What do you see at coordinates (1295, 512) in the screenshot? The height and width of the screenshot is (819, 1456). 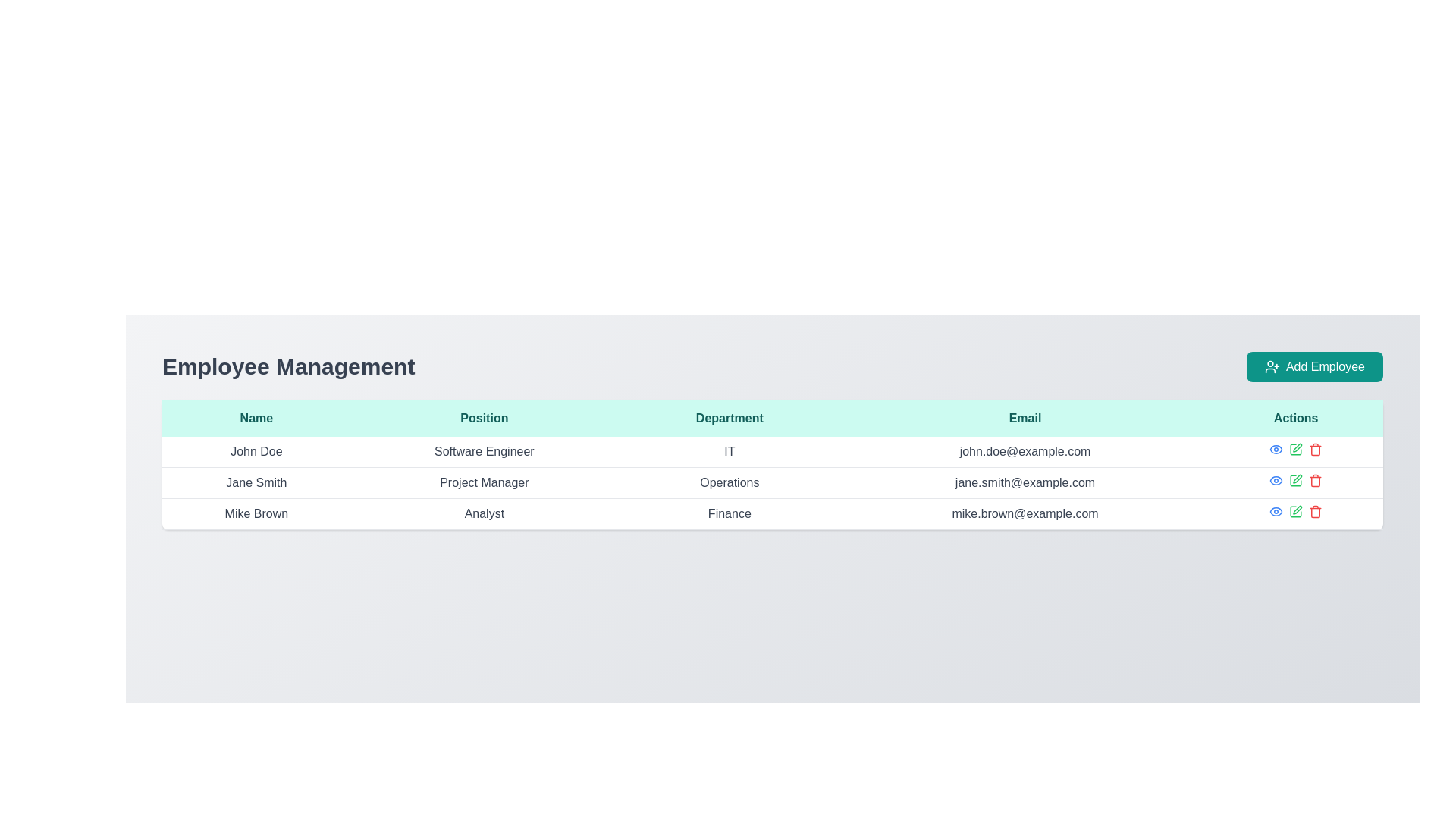 I see `the line icon representation of a square with a diagonal pen located in the last row of the table under the 'Actions' column` at bounding box center [1295, 512].